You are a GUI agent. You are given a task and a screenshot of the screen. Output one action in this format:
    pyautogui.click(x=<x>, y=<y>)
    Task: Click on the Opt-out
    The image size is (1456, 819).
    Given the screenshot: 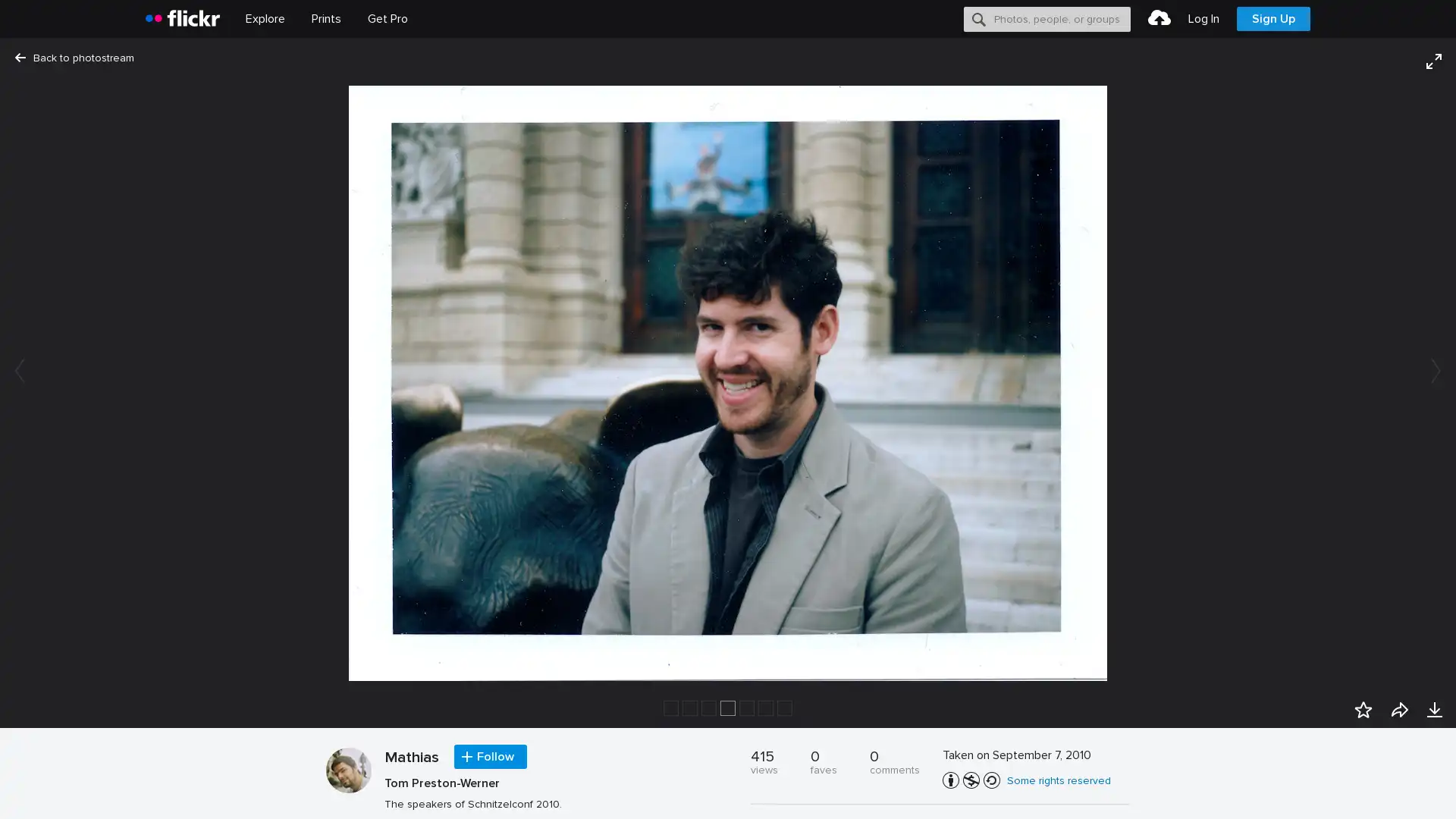 What is the action you would take?
    pyautogui.click(x=1225, y=789)
    